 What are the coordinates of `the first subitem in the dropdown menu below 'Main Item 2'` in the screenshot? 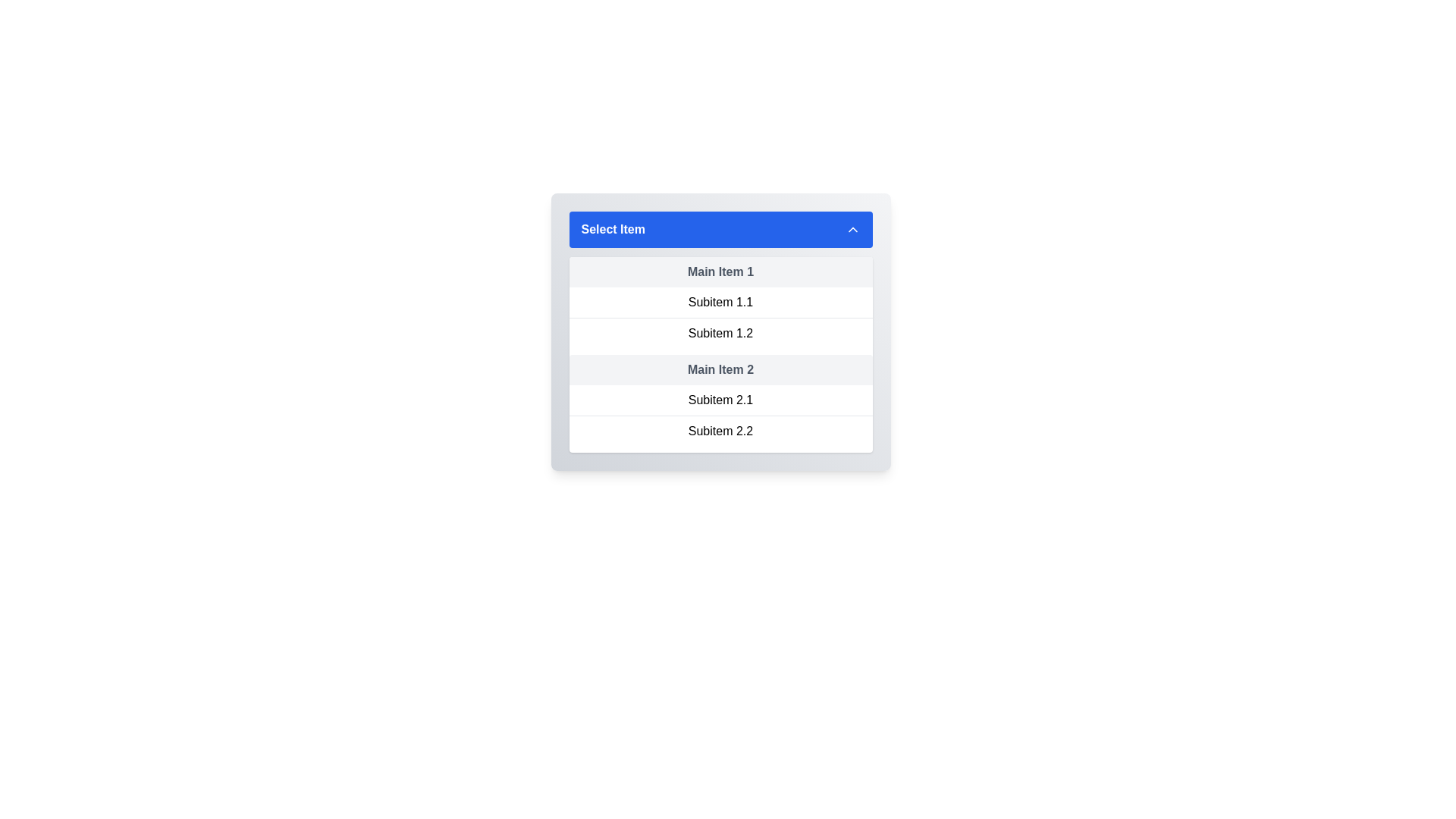 It's located at (720, 400).